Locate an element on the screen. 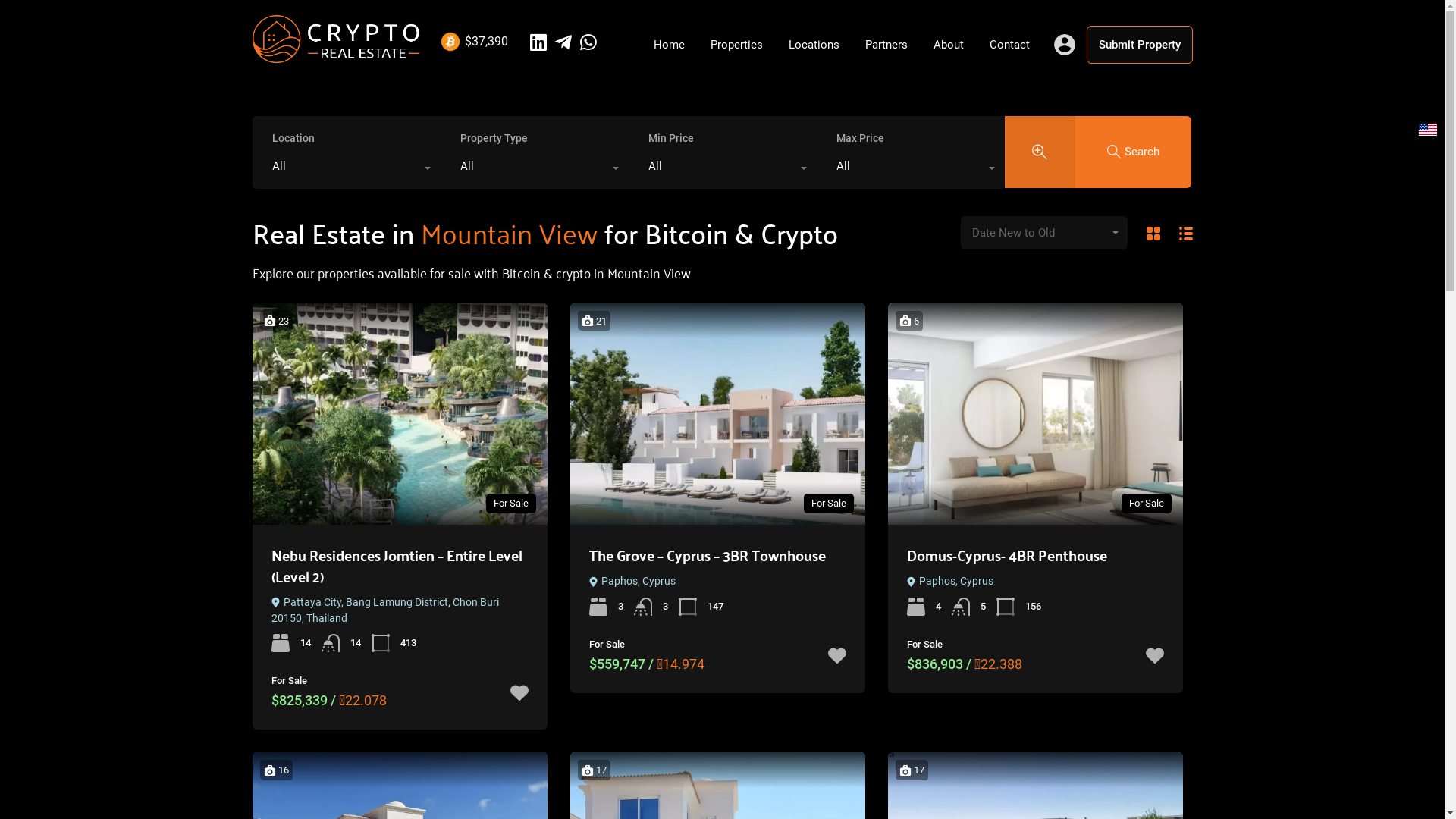  'Crypto Real Estate' is located at coordinates (251, 55).